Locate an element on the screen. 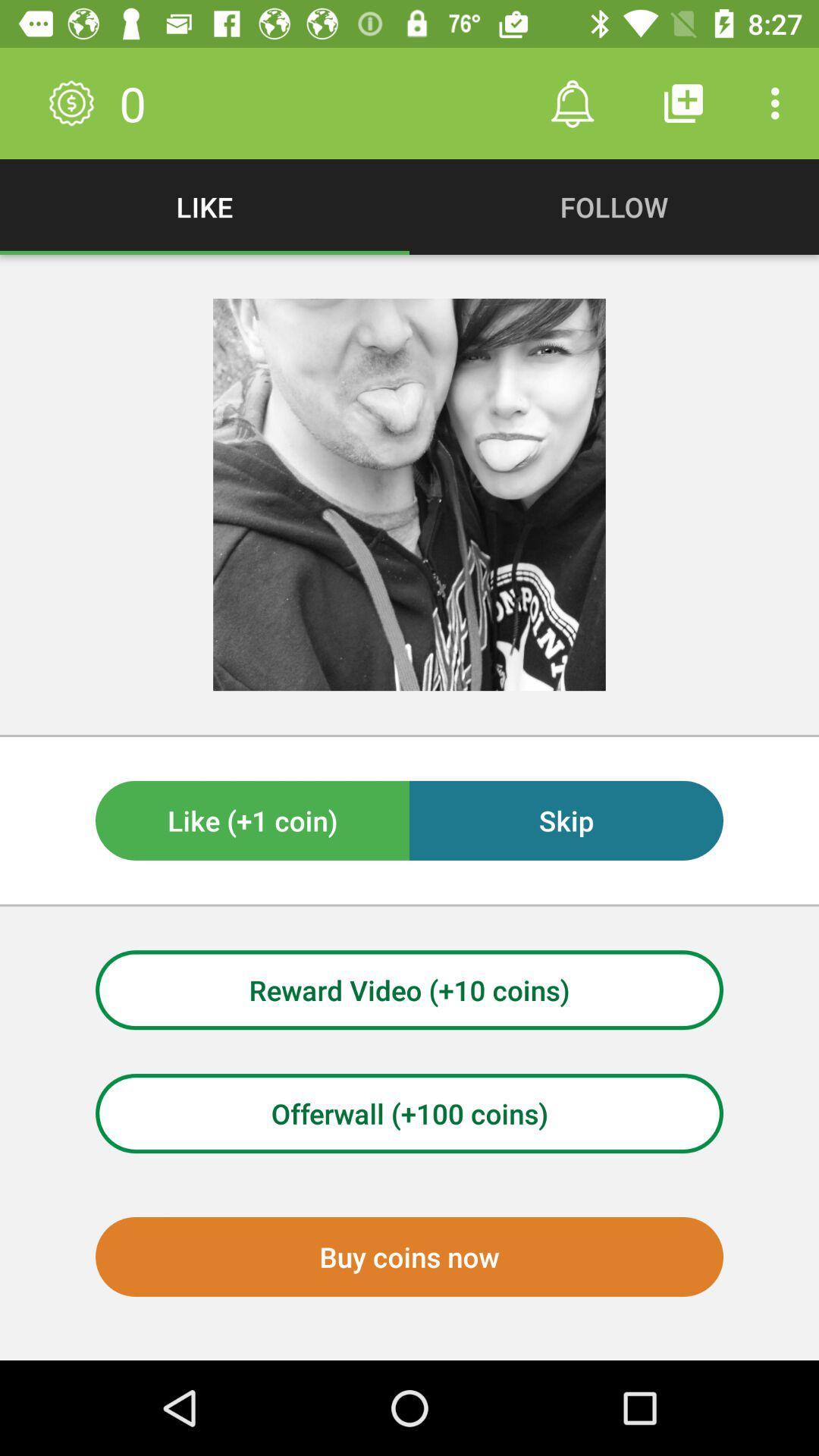 The width and height of the screenshot is (819, 1456). the icon above the offerwall (+100 coins) item is located at coordinates (409, 990).